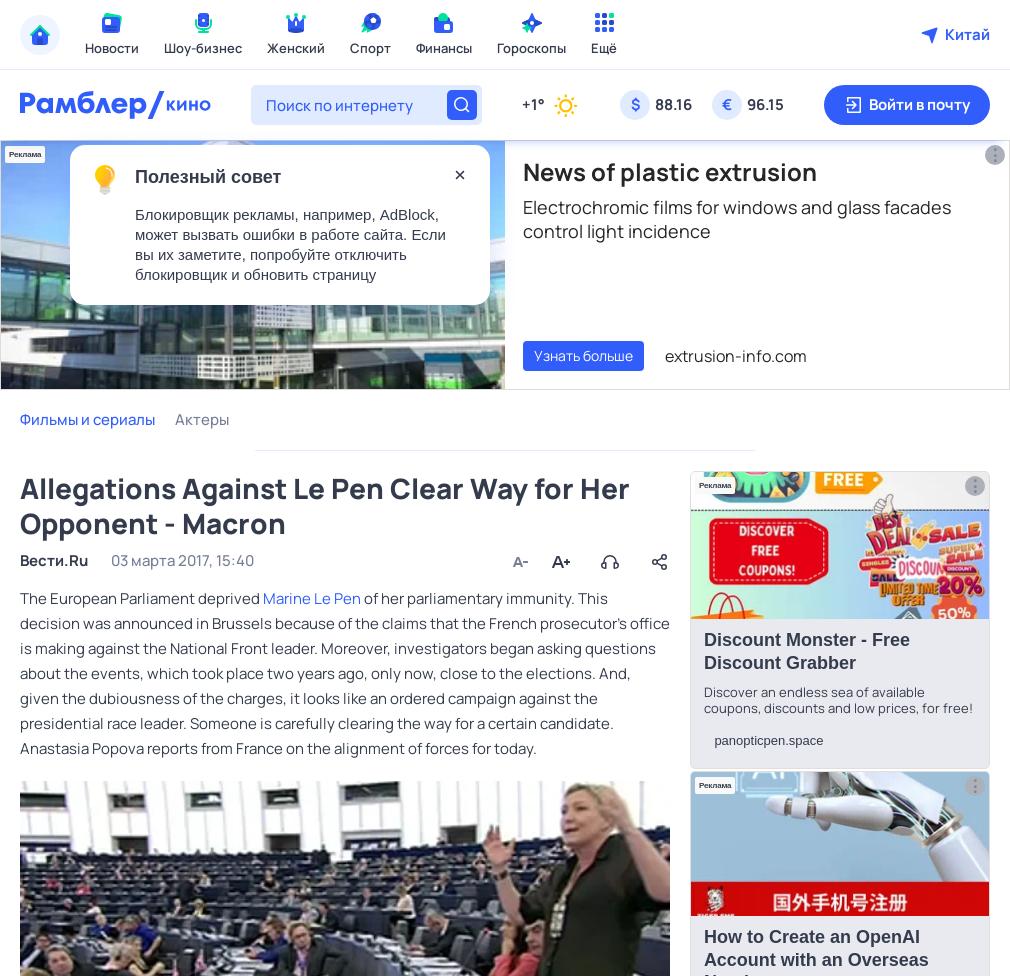  I want to click on 'Discоunt Monstеr - Frее Disсount Grabbеr', so click(806, 649).